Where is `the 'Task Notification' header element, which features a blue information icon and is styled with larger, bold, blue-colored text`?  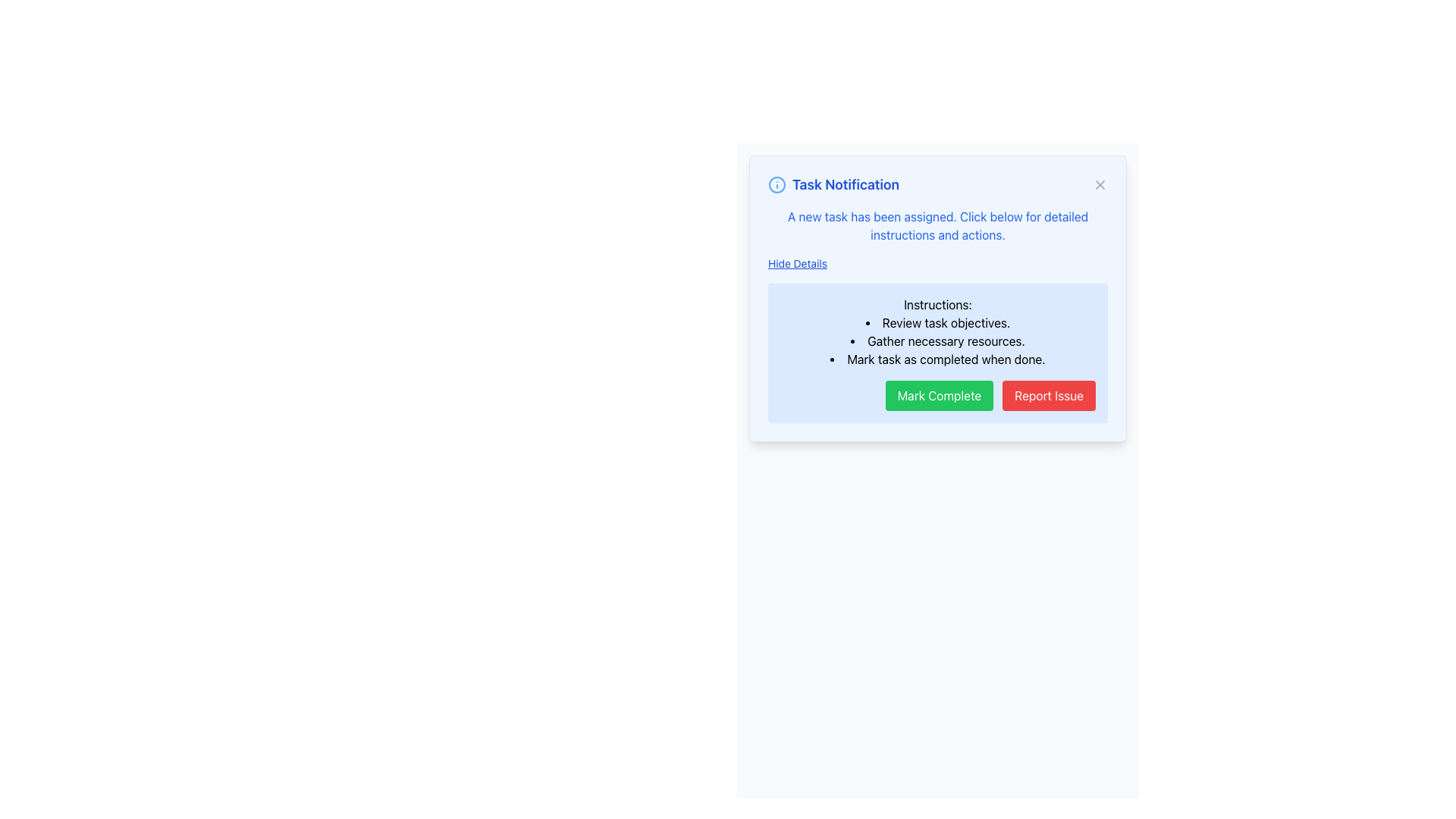
the 'Task Notification' header element, which features a blue information icon and is styled with larger, bold, blue-colored text is located at coordinates (833, 184).